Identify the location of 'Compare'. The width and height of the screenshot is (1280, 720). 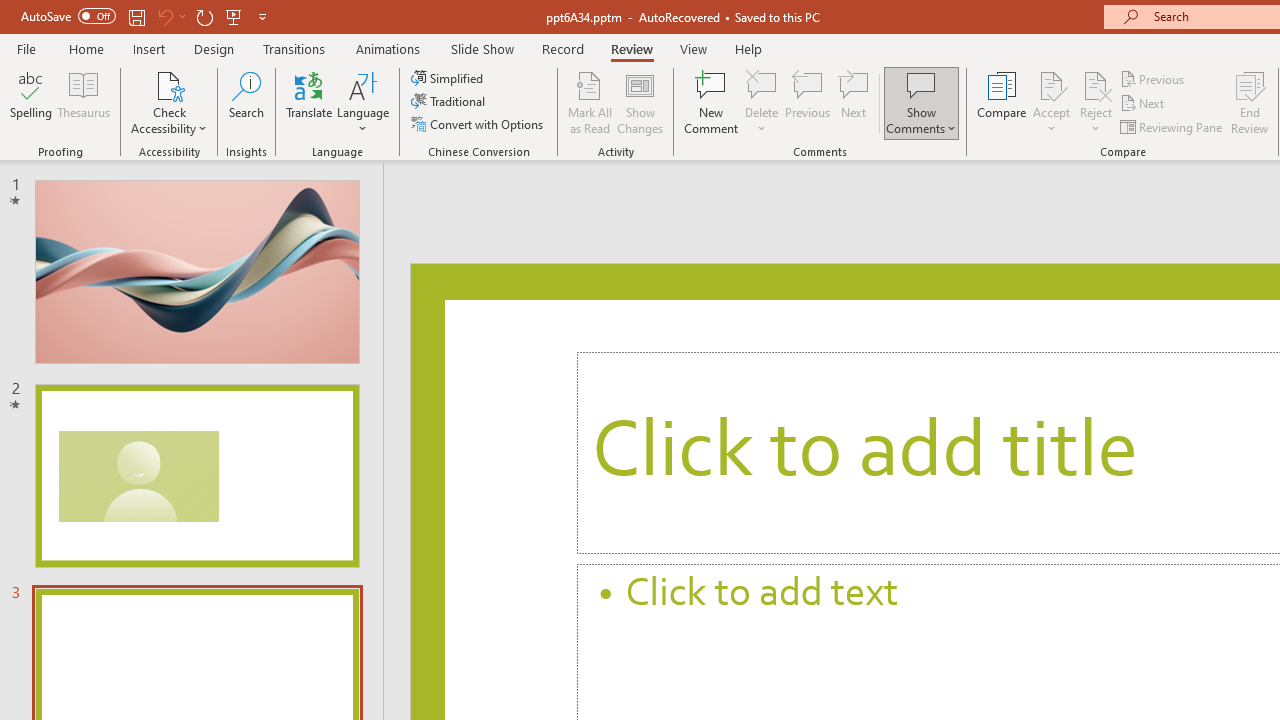
(1002, 103).